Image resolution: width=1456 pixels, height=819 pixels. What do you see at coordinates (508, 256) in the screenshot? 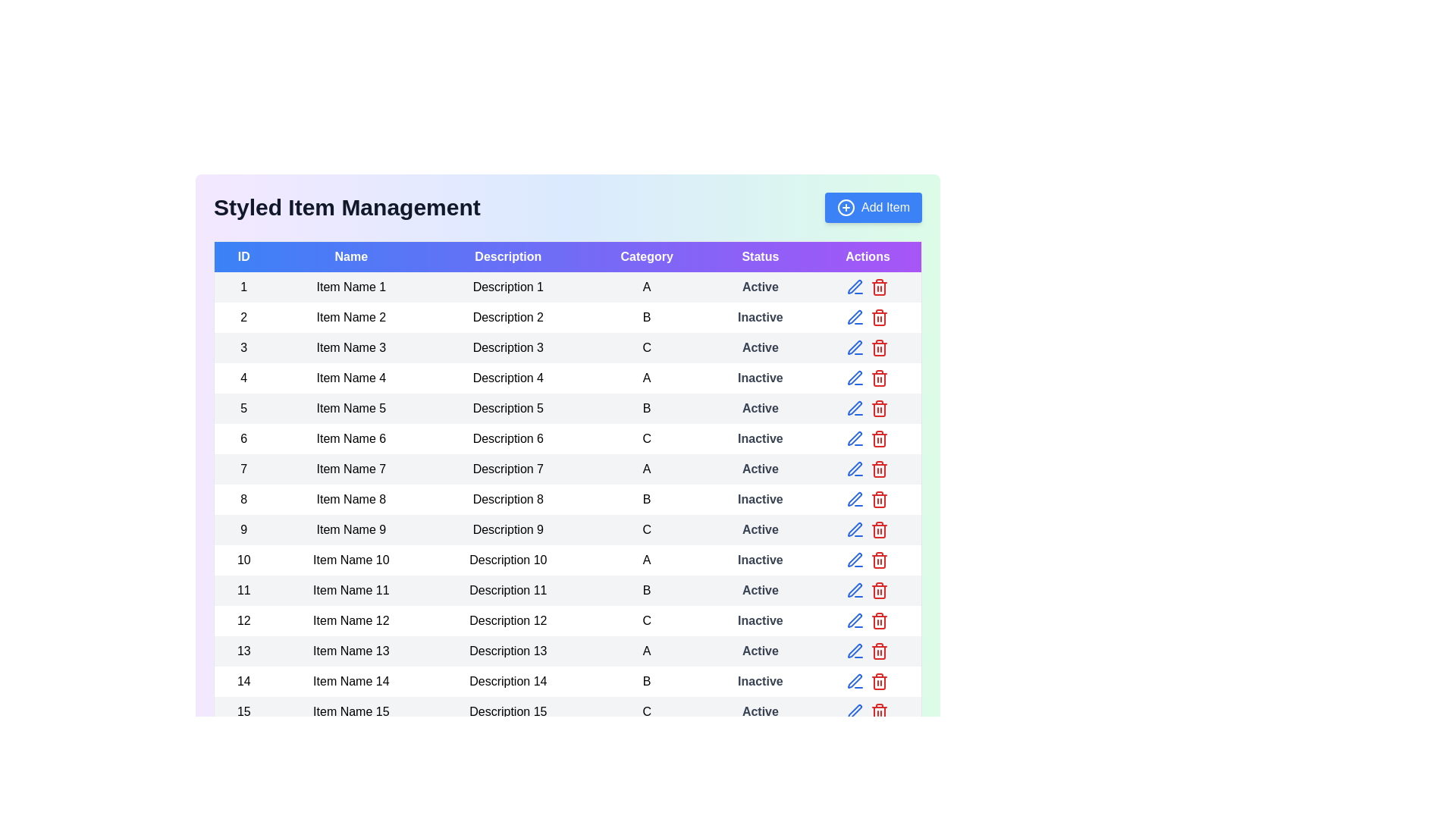
I see `the column header Description to sort the table by that column` at bounding box center [508, 256].